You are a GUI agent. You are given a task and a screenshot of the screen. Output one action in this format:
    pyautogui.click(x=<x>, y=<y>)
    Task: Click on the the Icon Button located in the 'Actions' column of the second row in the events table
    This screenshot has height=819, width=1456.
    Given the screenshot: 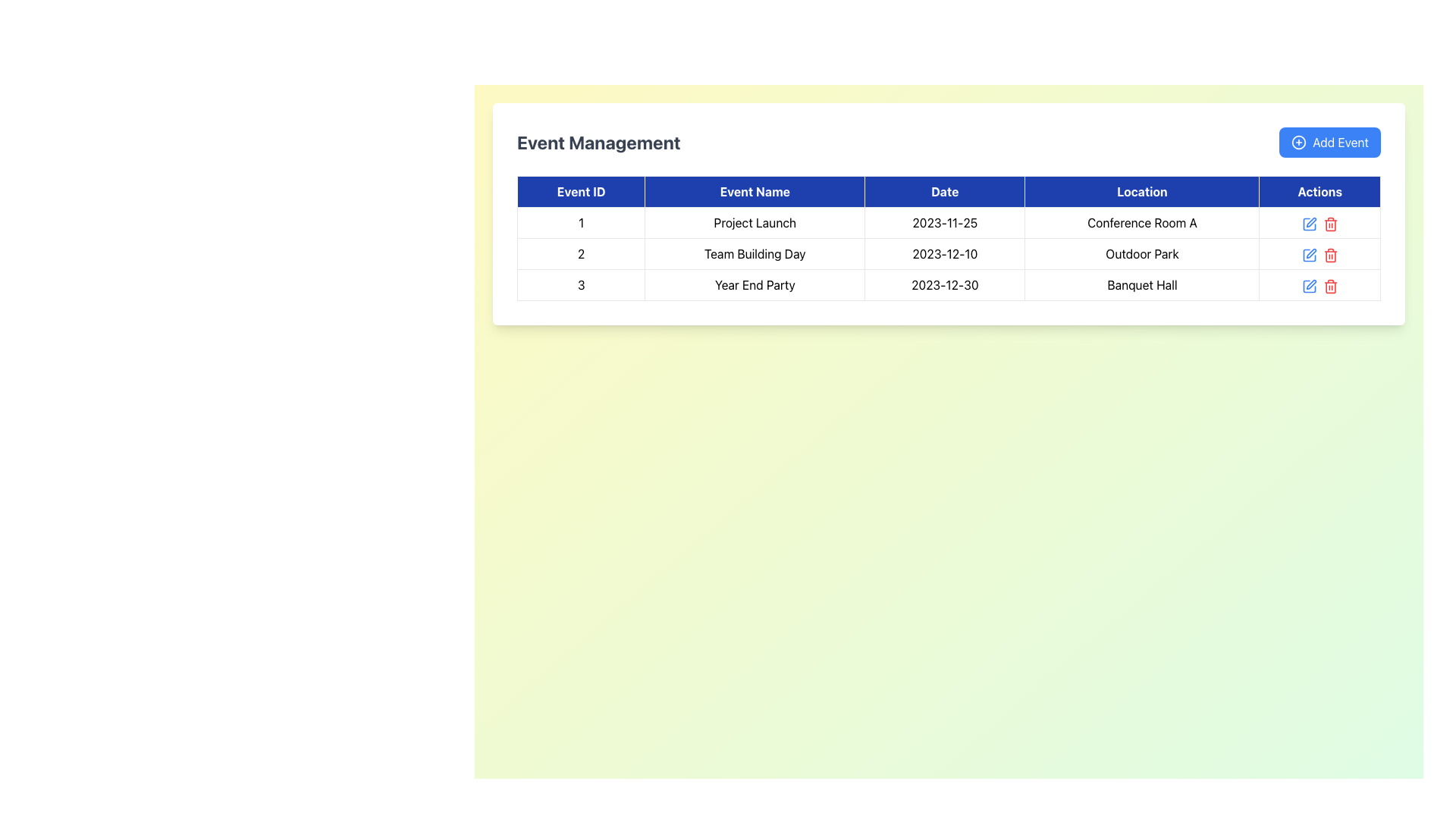 What is the action you would take?
    pyautogui.click(x=1329, y=253)
    